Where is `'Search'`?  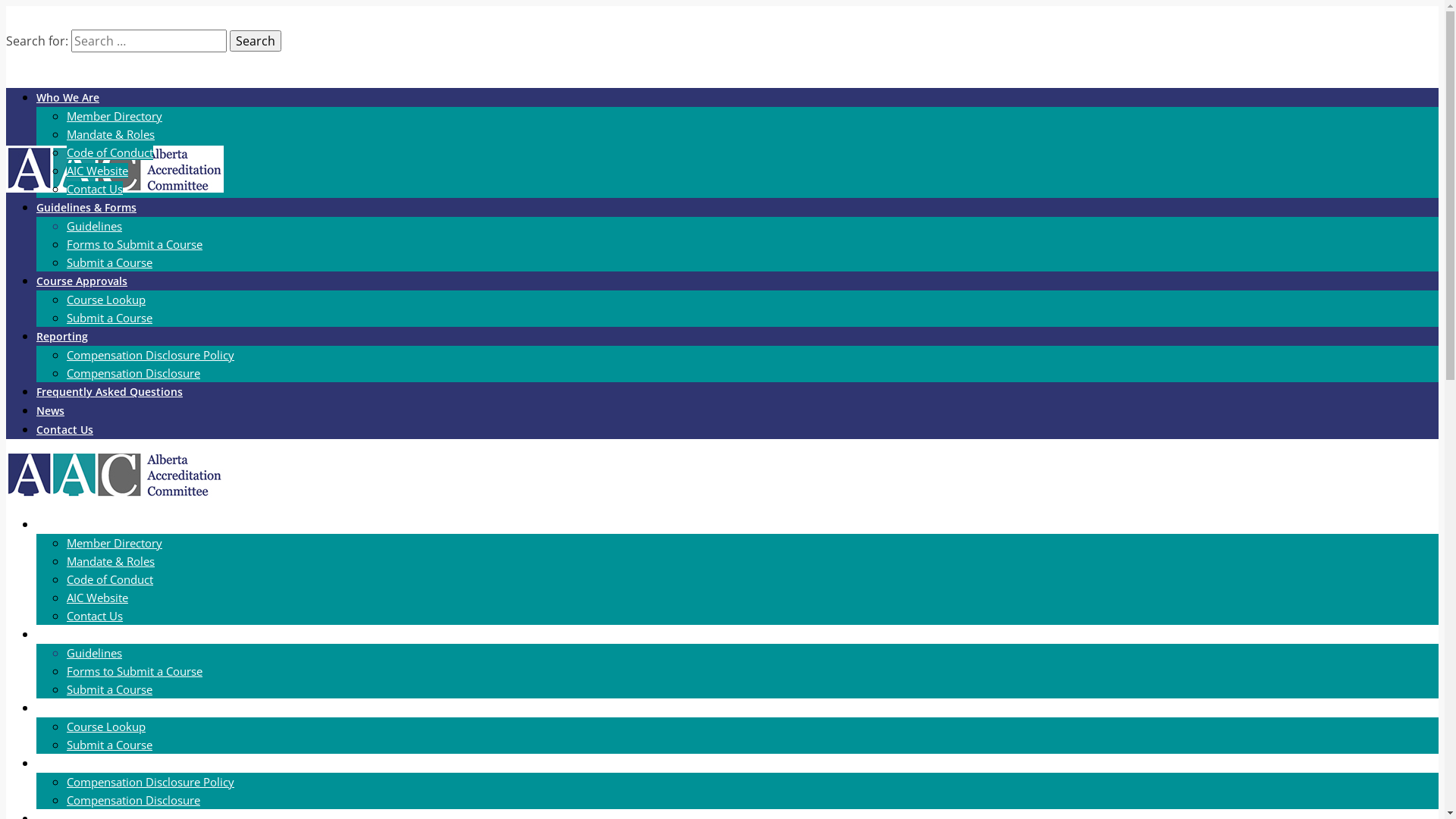 'Search' is located at coordinates (255, 40).